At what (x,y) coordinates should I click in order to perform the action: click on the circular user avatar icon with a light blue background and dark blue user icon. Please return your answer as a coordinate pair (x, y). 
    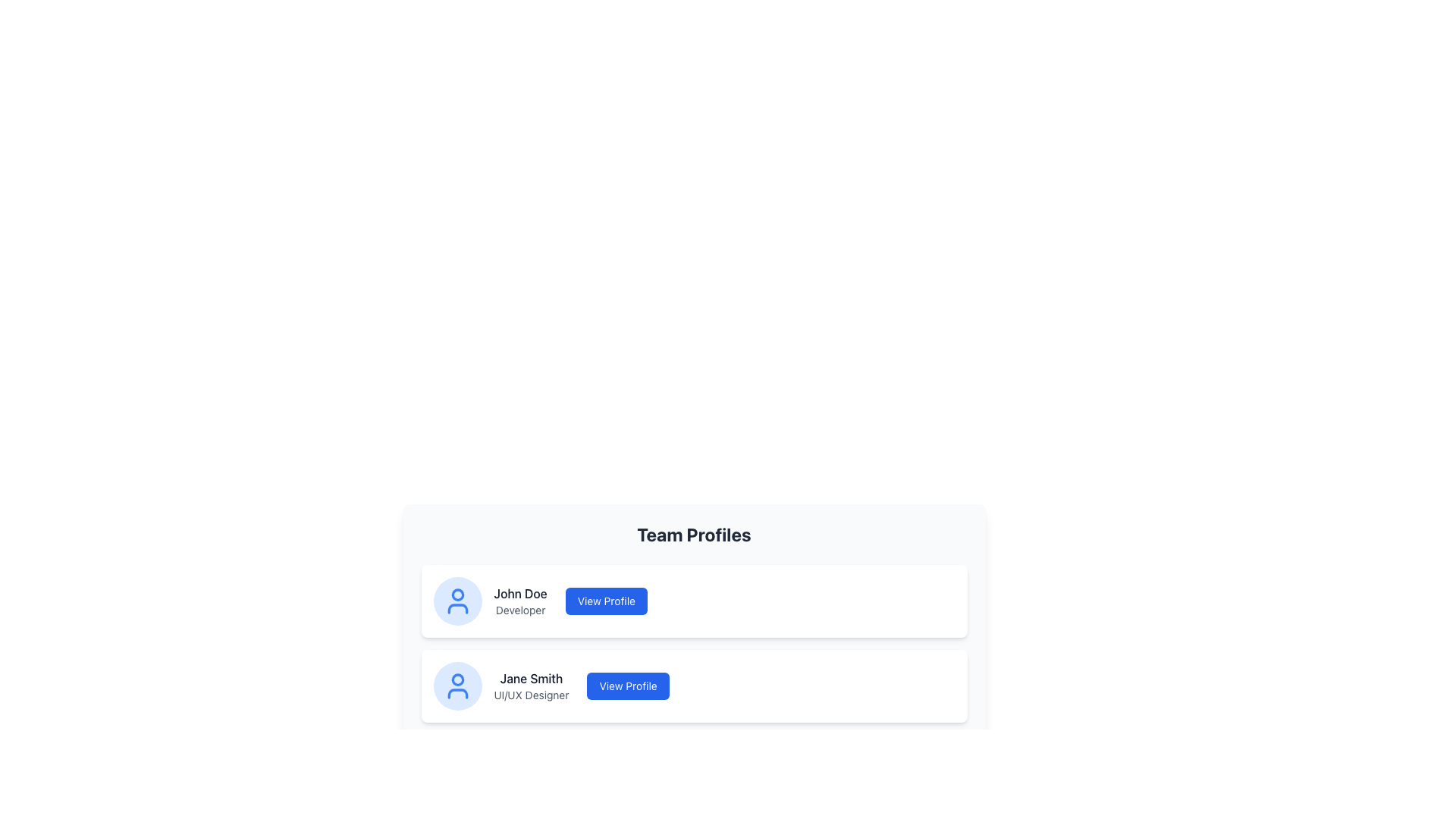
    Looking at the image, I should click on (457, 601).